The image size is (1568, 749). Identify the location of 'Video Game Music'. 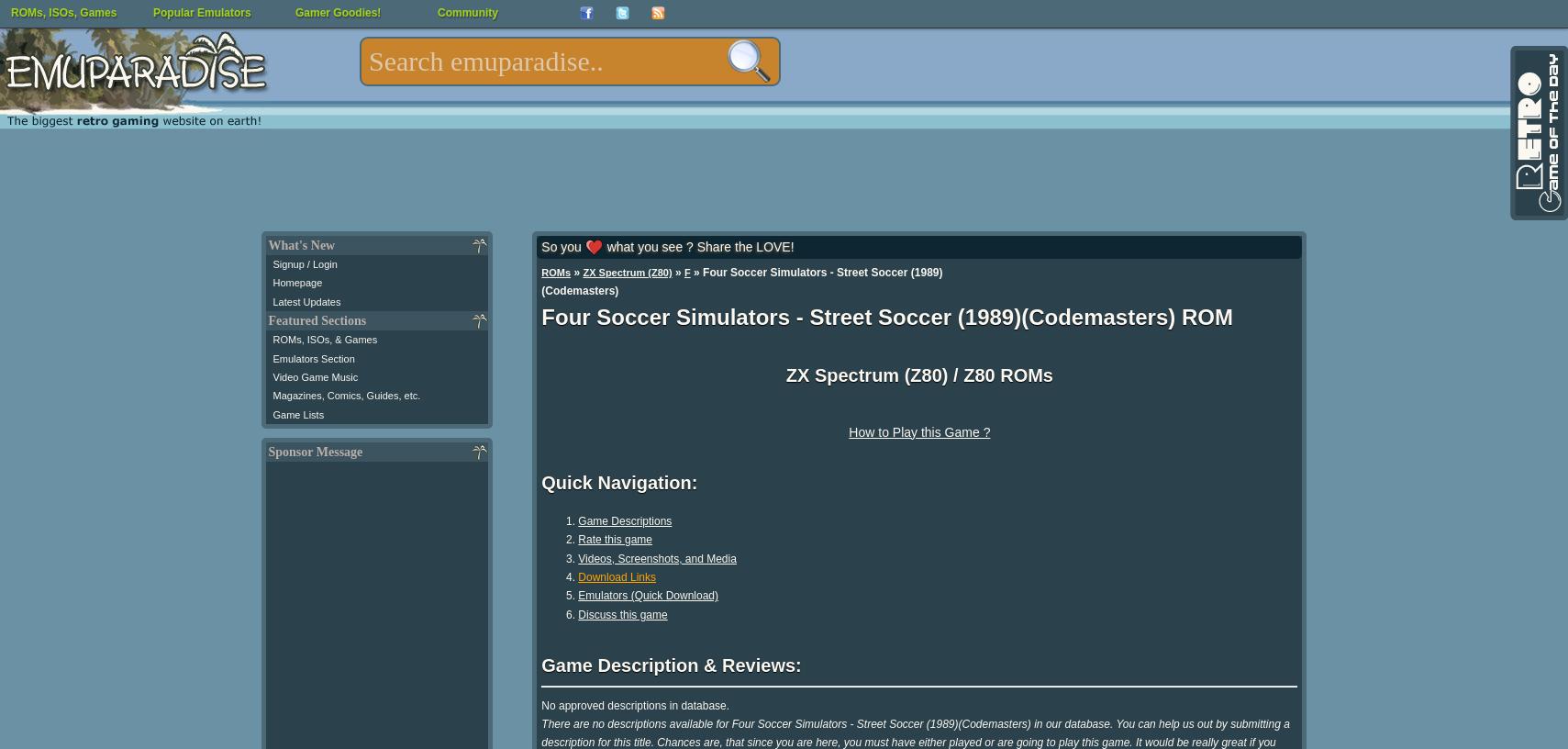
(314, 375).